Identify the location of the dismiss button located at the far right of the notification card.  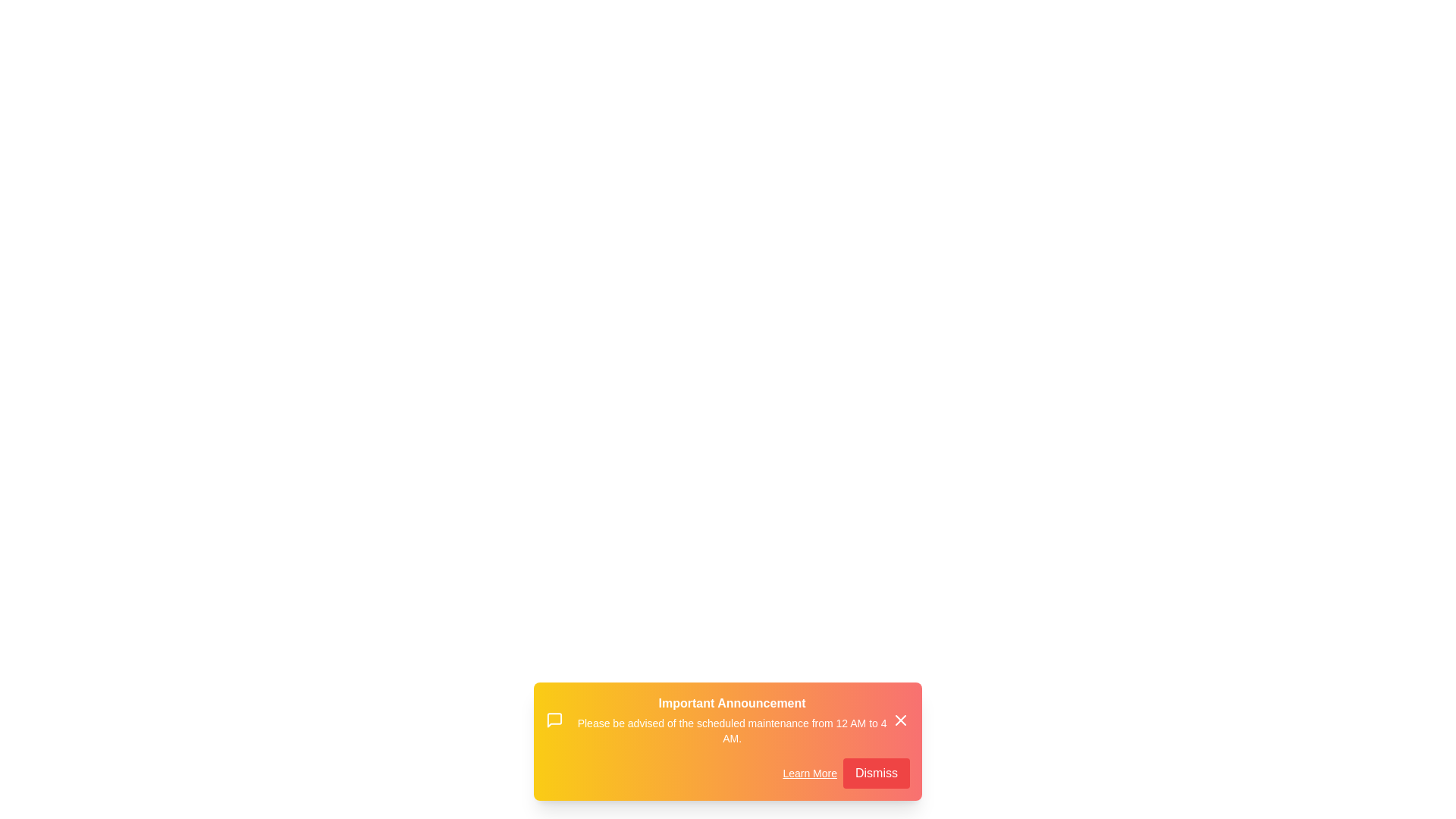
(901, 719).